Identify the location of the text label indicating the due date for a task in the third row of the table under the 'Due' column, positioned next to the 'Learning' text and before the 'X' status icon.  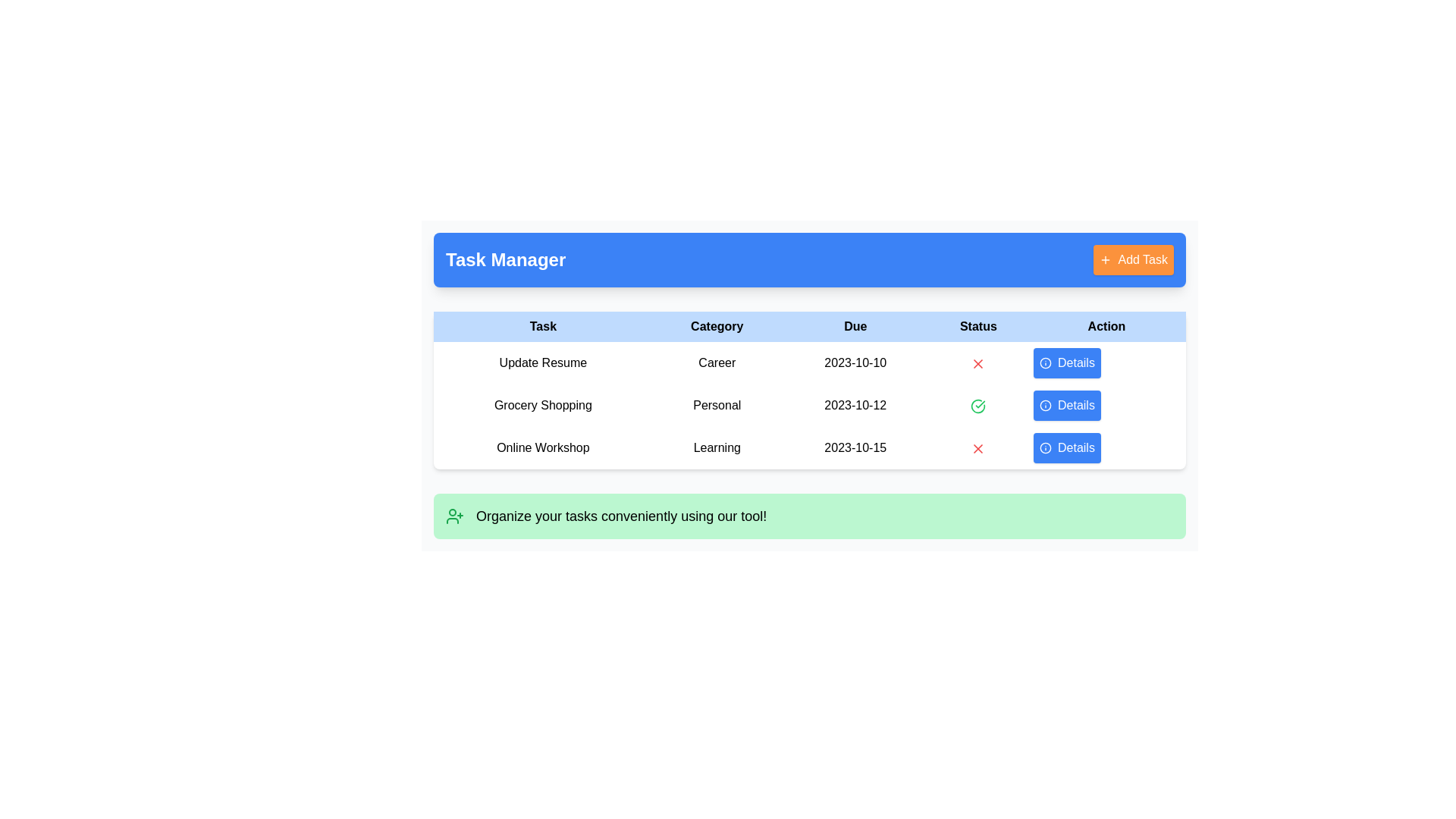
(855, 447).